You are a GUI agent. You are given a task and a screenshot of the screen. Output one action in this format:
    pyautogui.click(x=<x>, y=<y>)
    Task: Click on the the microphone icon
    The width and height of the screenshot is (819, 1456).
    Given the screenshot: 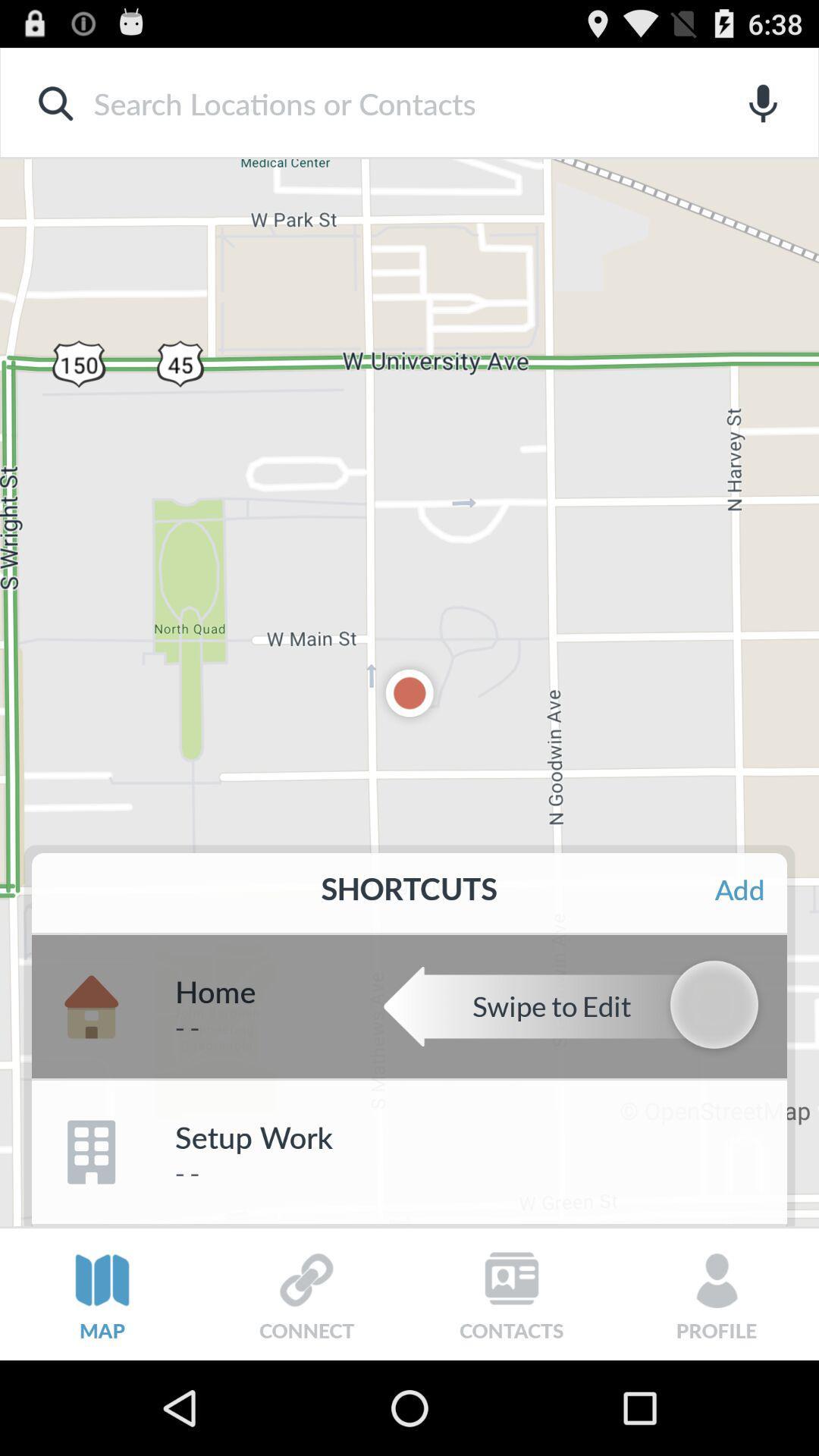 What is the action you would take?
    pyautogui.click(x=763, y=110)
    